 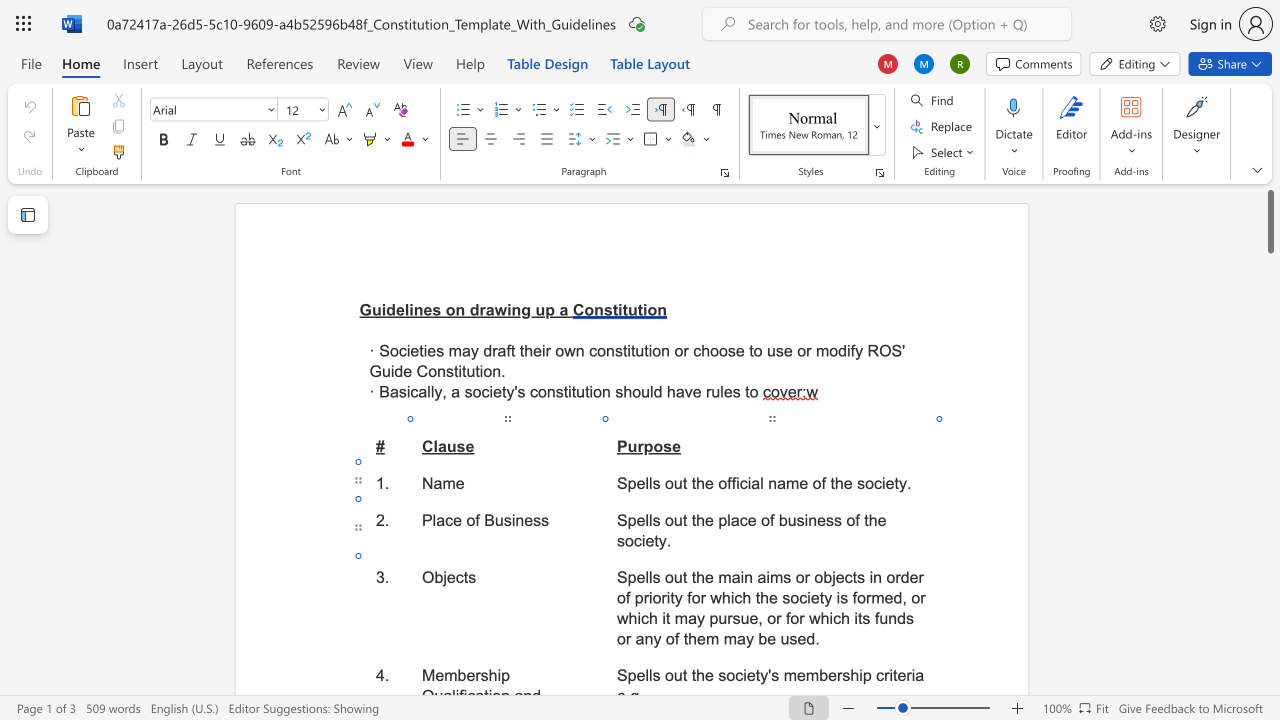 I want to click on the space between the continuous character "S" and "p" in the text, so click(x=626, y=519).